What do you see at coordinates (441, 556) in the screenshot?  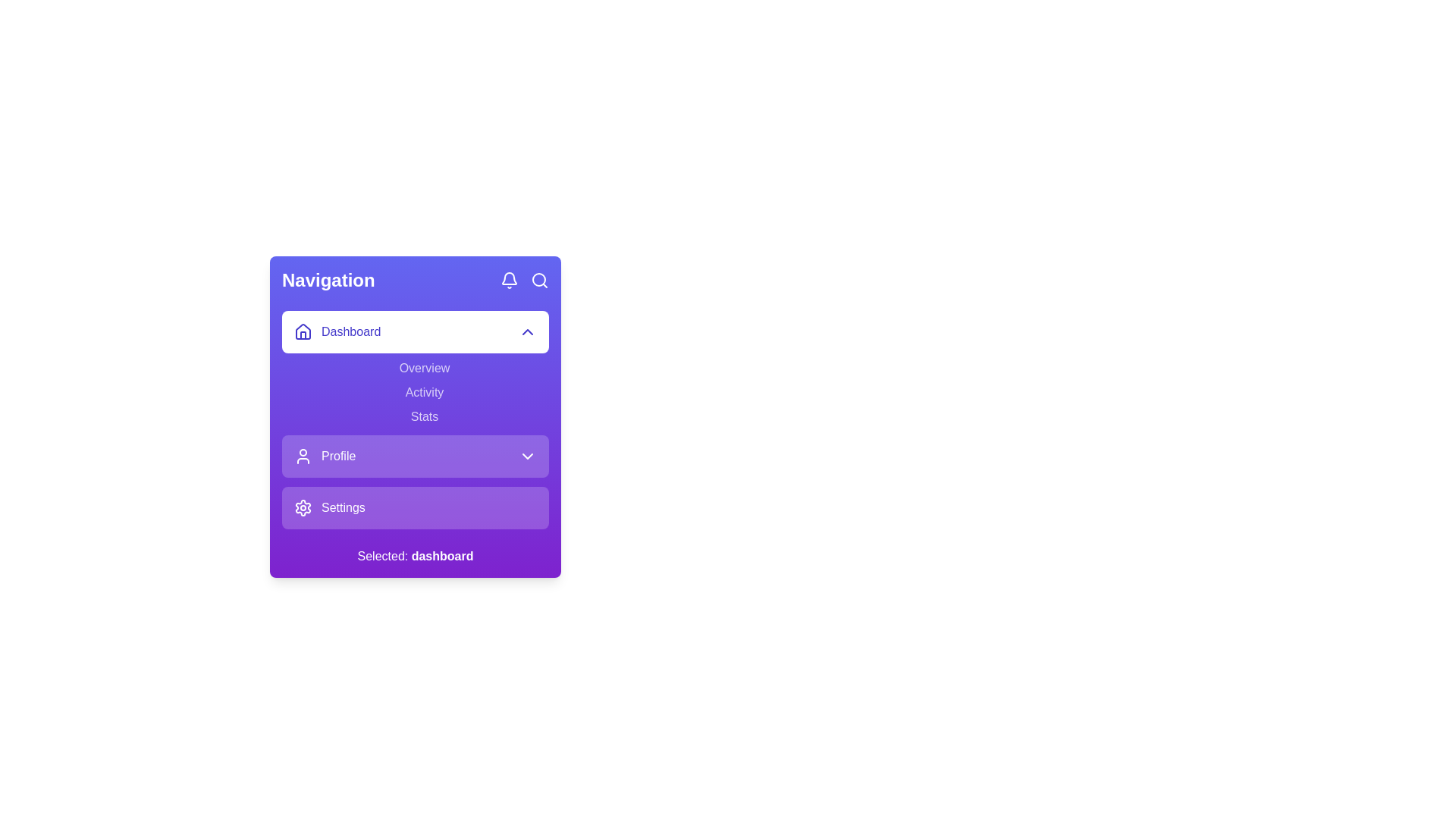 I see `text displayed in the Text Label that shows the currently selected option, which is 'dashboard'` at bounding box center [441, 556].